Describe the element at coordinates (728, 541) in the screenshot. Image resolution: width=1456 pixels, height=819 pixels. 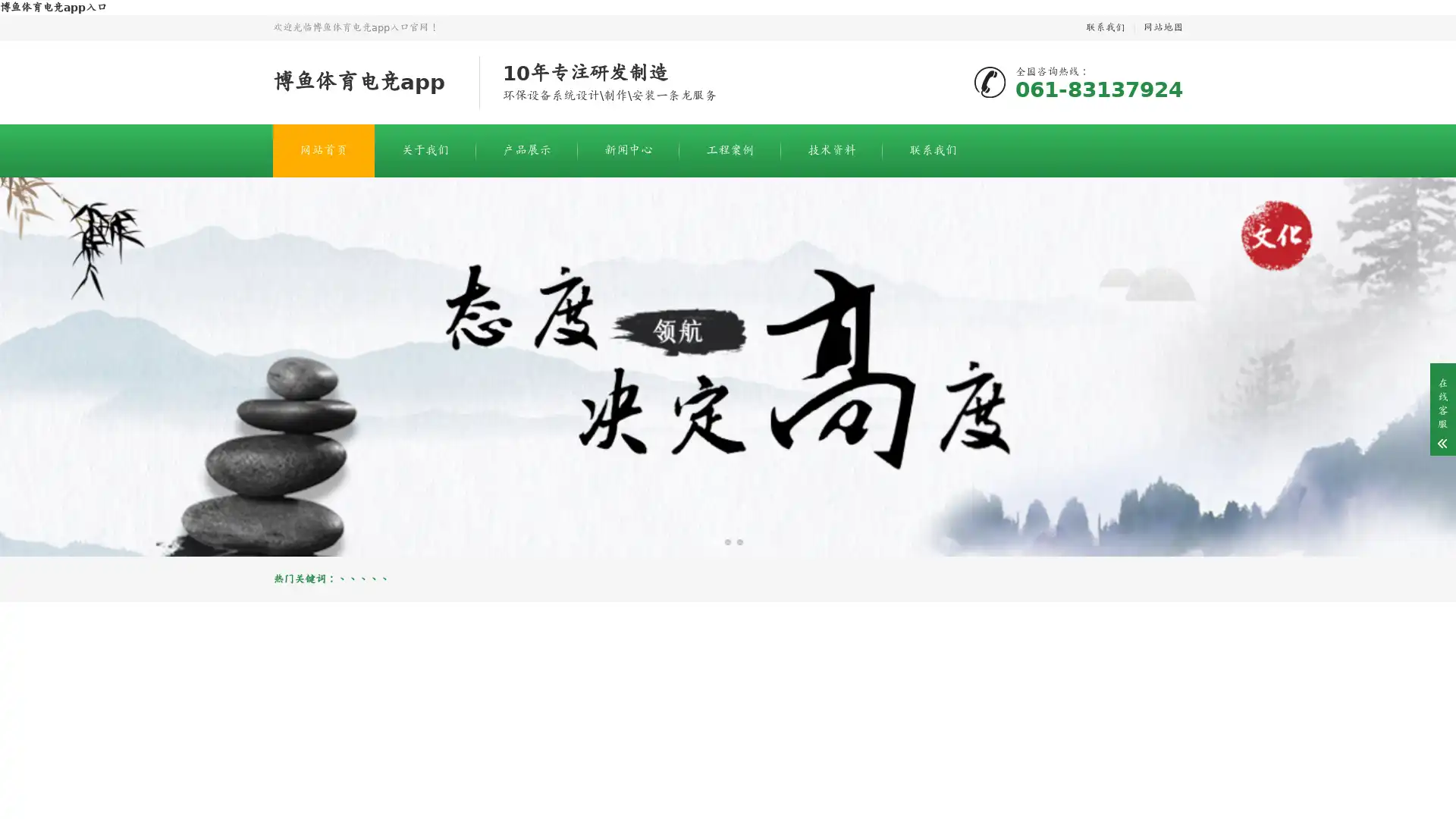
I see `Go to slide 2` at that location.